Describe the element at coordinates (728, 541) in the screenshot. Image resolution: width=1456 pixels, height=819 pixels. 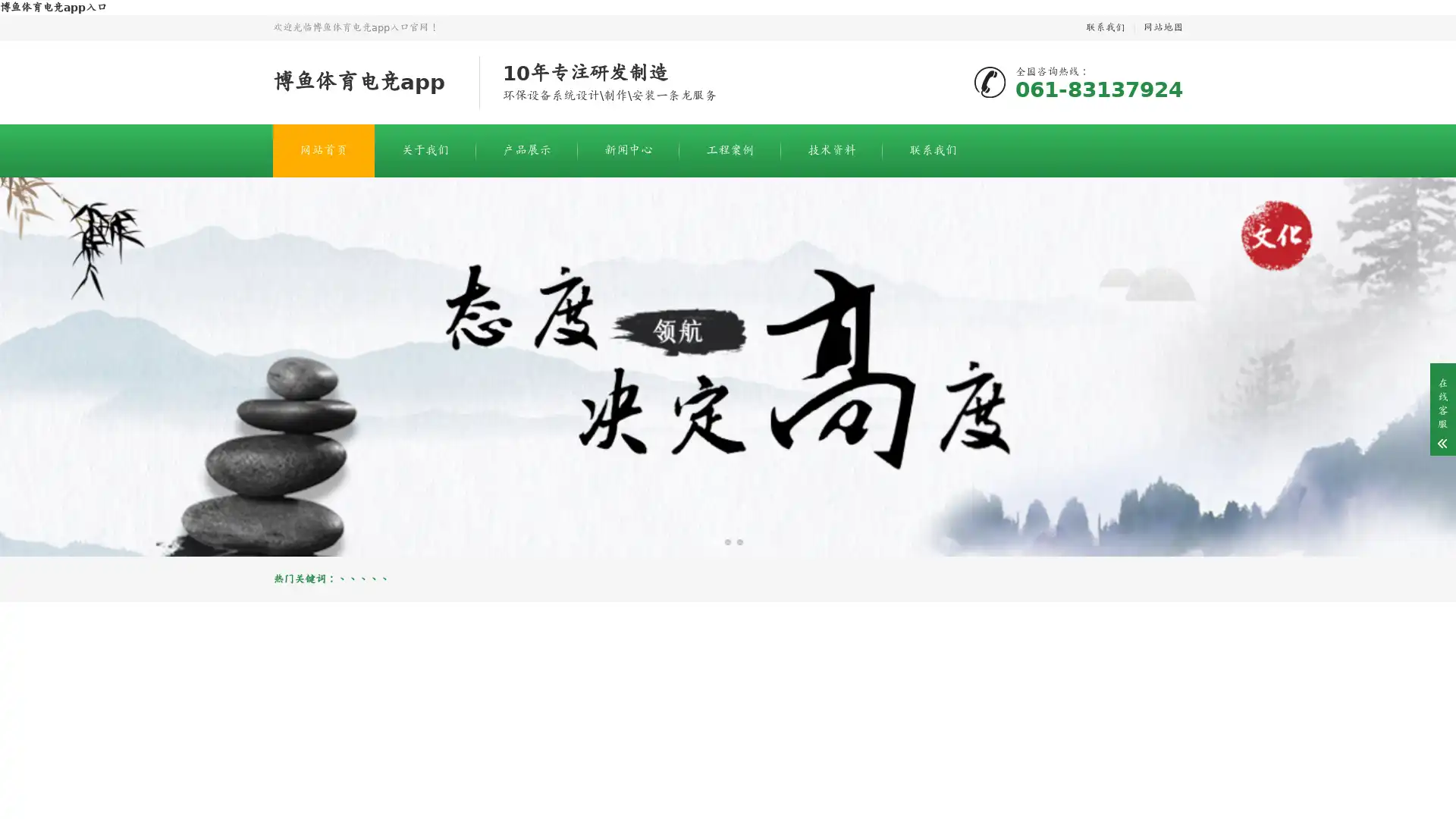
I see `Go to slide 2` at that location.